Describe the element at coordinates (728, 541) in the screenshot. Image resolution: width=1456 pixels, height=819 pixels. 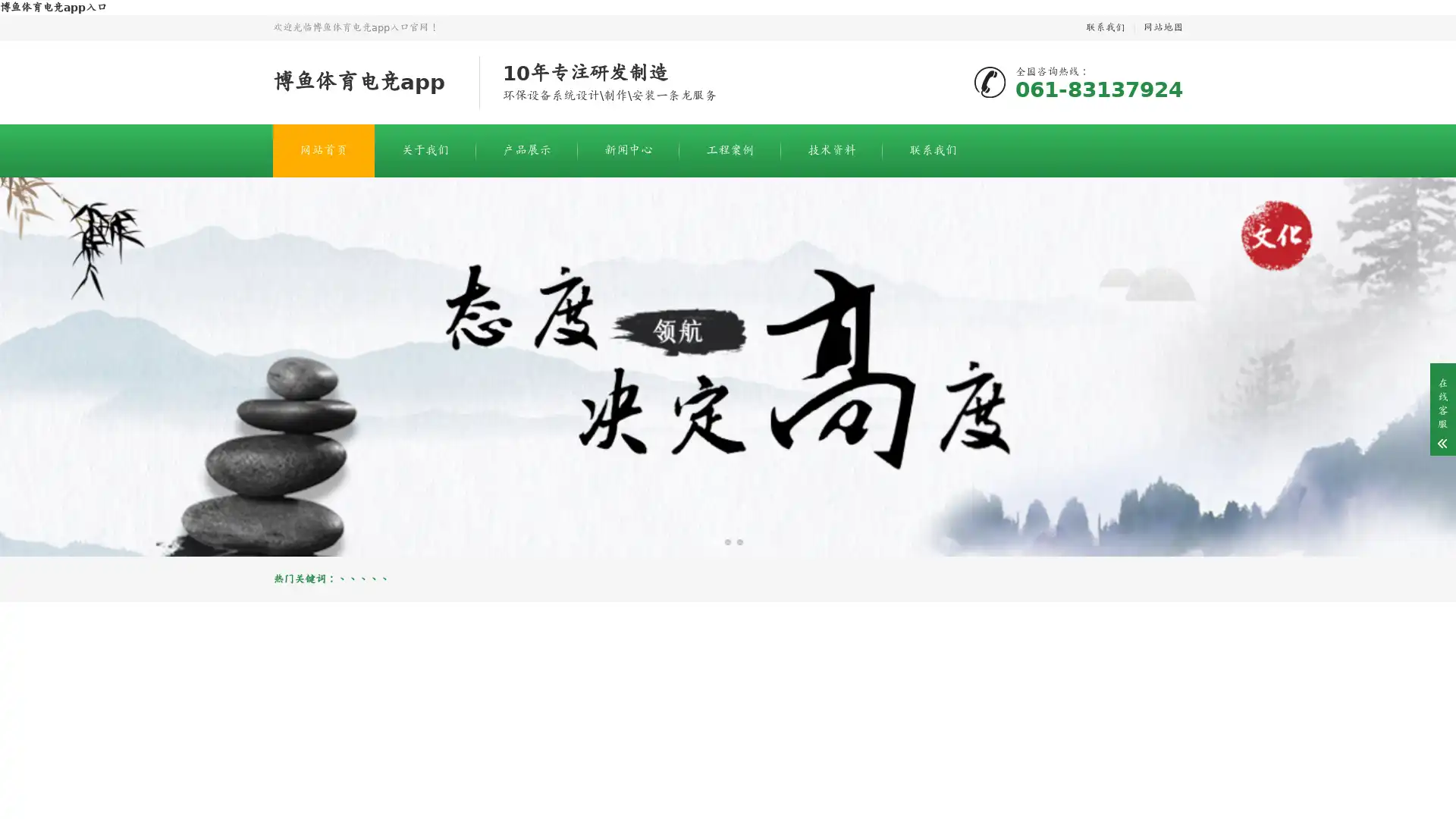
I see `Go to slide 2` at that location.